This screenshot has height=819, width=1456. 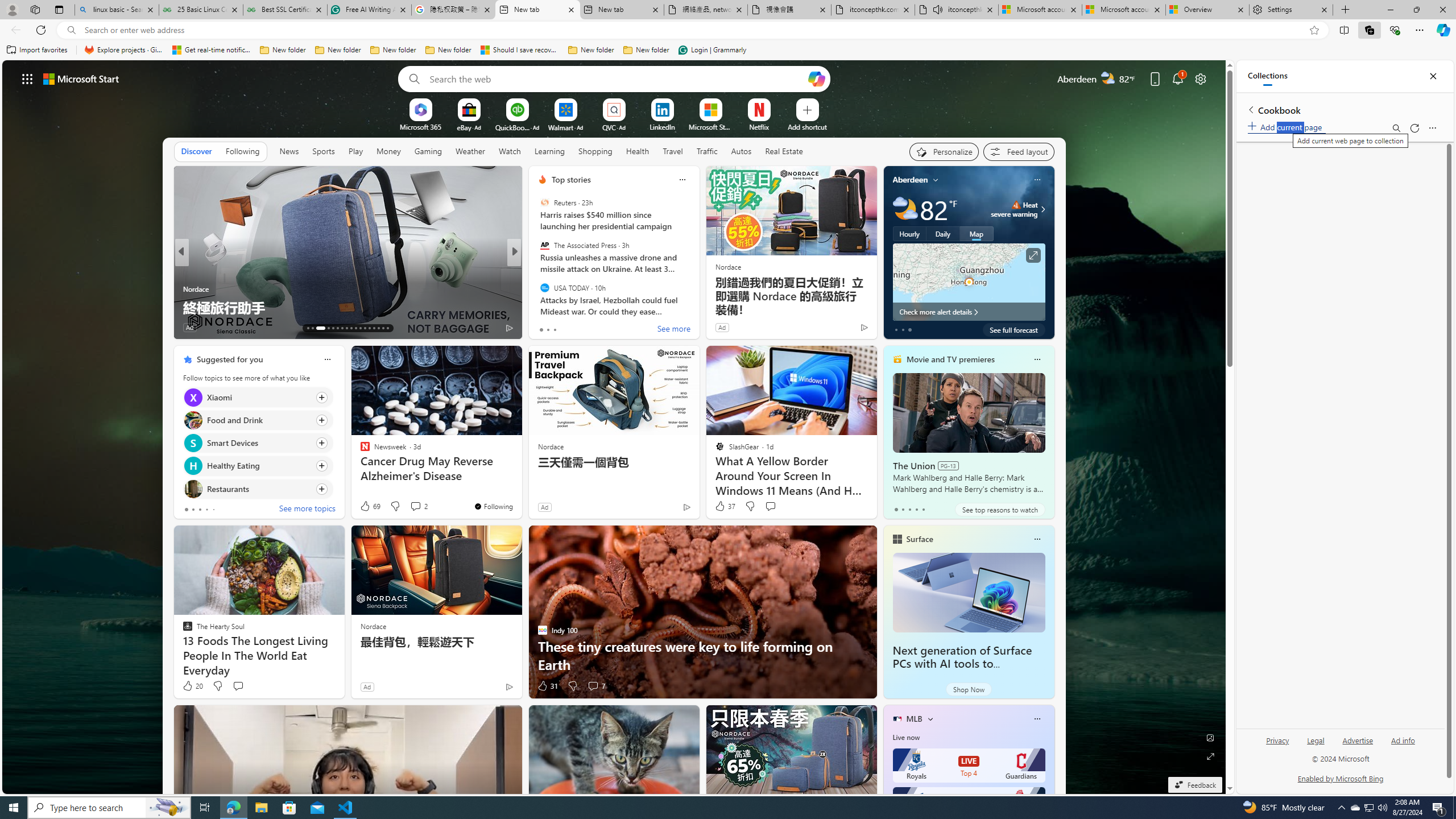 What do you see at coordinates (537, 288) in the screenshot?
I see `'XDA Developers'` at bounding box center [537, 288].